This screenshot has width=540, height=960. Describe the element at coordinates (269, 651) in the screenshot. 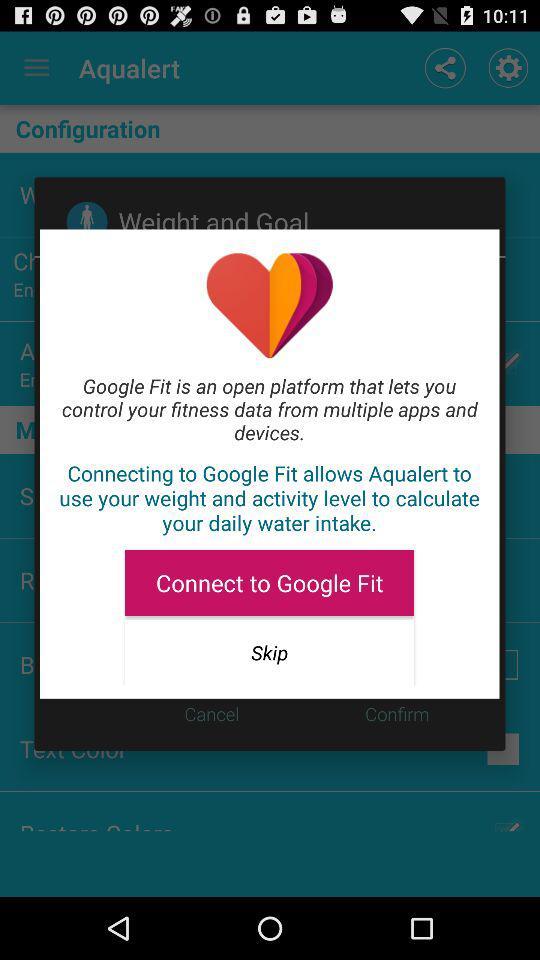

I see `the icon at the bottom` at that location.